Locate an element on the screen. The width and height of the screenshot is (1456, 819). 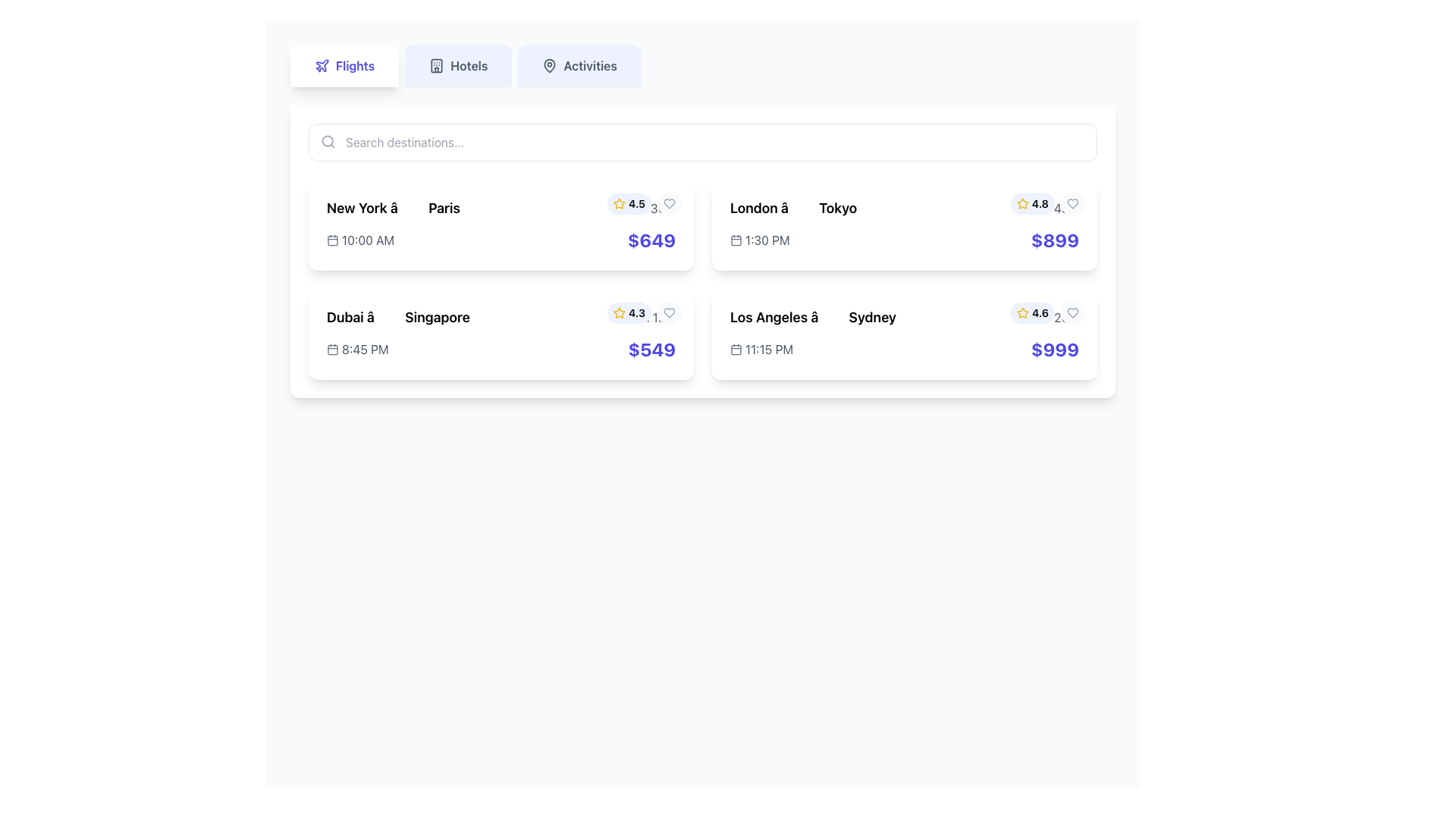
the heart icon located at the top-right corner of the second card in the second row, which corresponds to a travel itinerary for a flight from 'Los Angeles' to 'Sydney' is located at coordinates (1072, 312).